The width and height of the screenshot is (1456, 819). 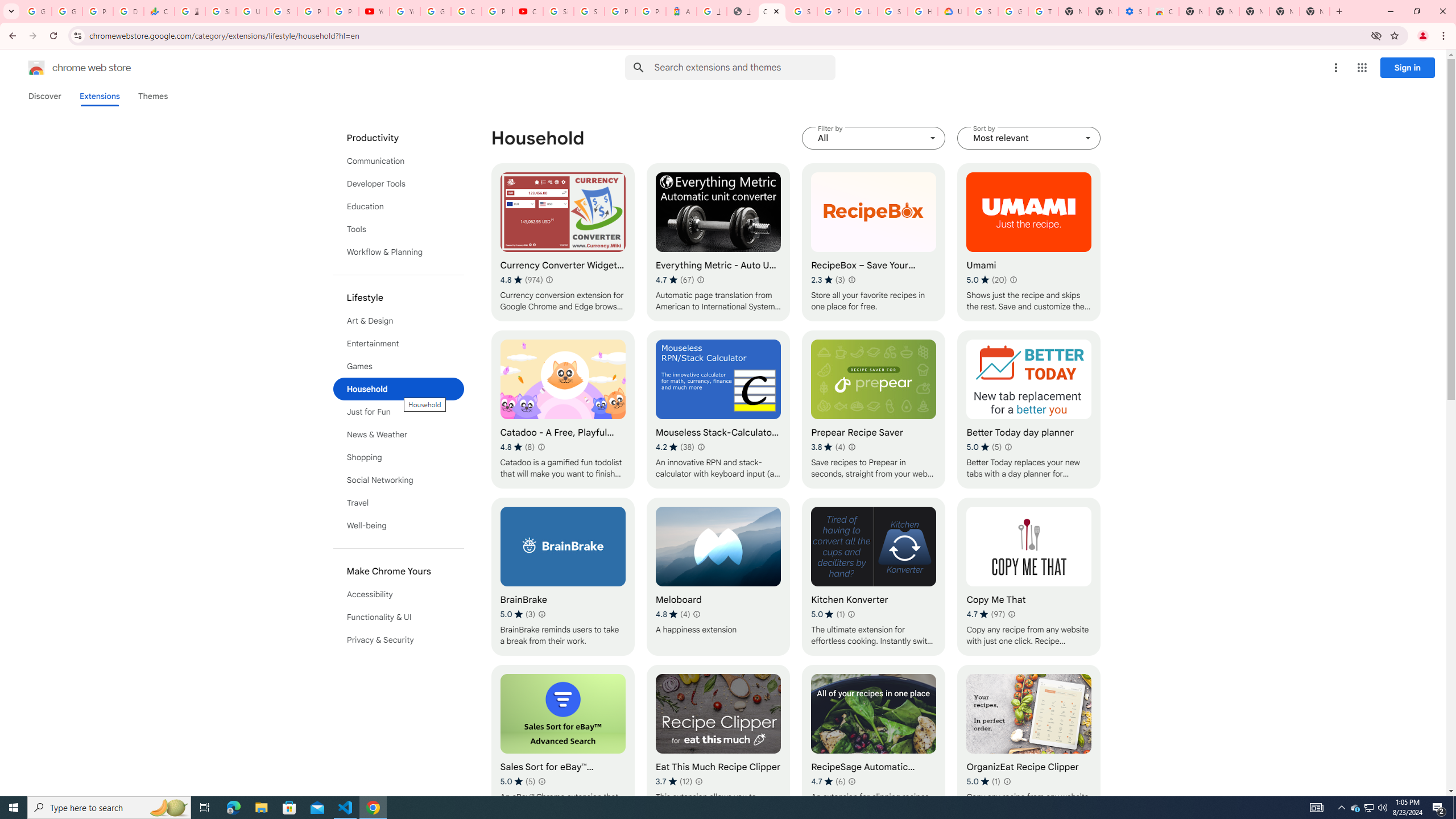 I want to click on 'Household (selected)', so click(x=399, y=388).